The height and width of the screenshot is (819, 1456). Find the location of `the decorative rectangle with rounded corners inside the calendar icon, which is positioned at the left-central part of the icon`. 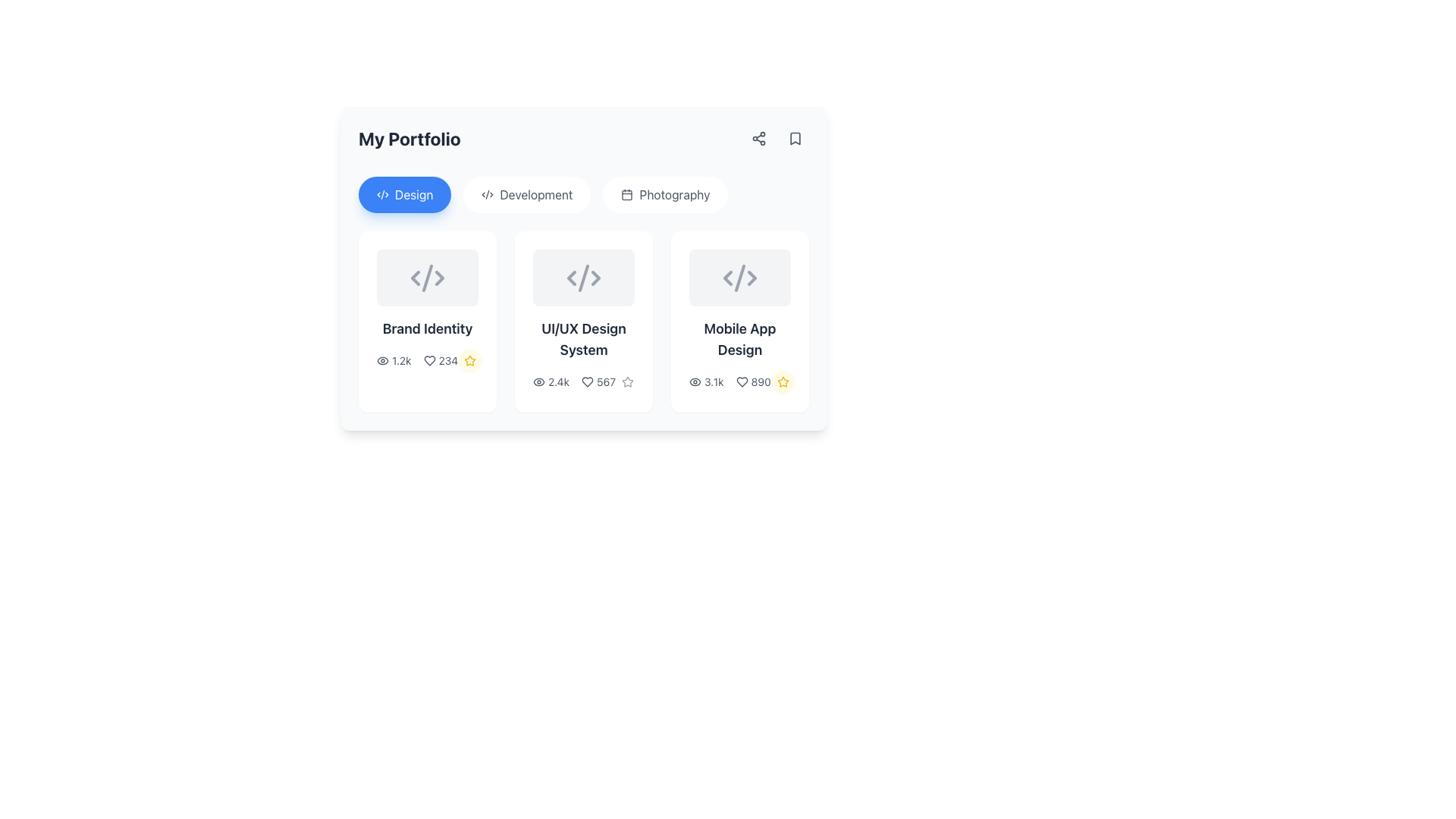

the decorative rectangle with rounded corners inside the calendar icon, which is positioned at the left-central part of the icon is located at coordinates (627, 194).